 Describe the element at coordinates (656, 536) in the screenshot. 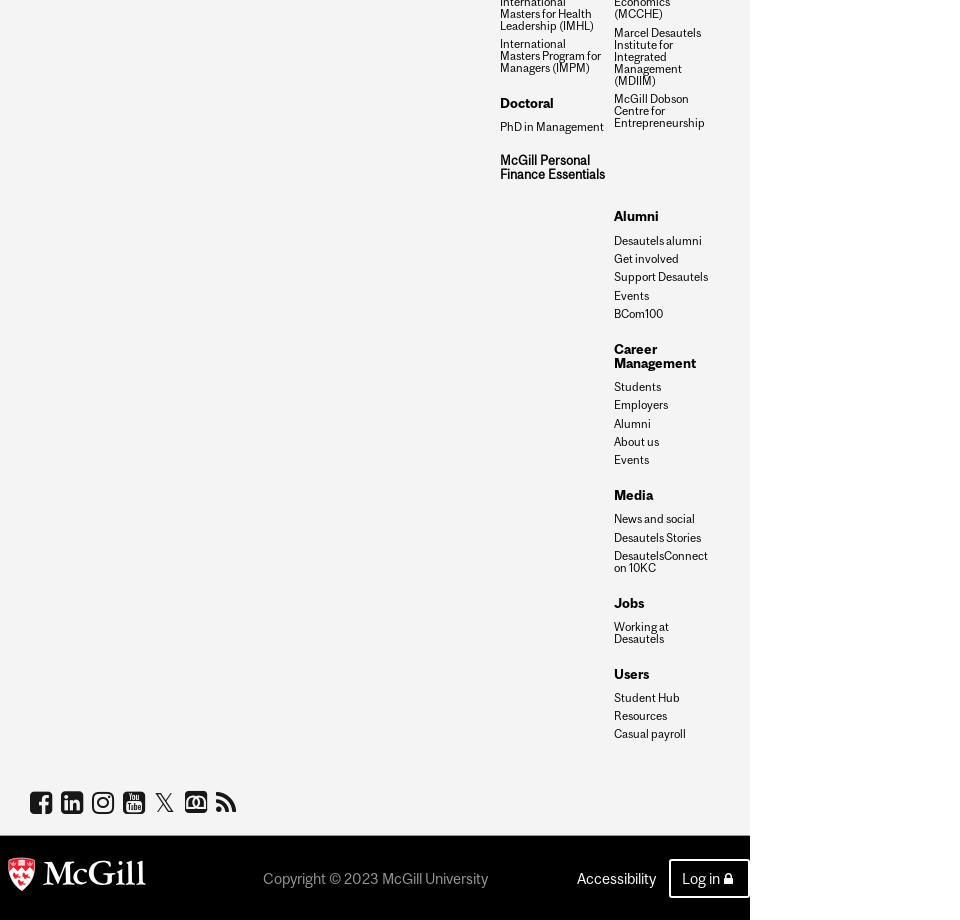

I see `'Desautels Stories'` at that location.